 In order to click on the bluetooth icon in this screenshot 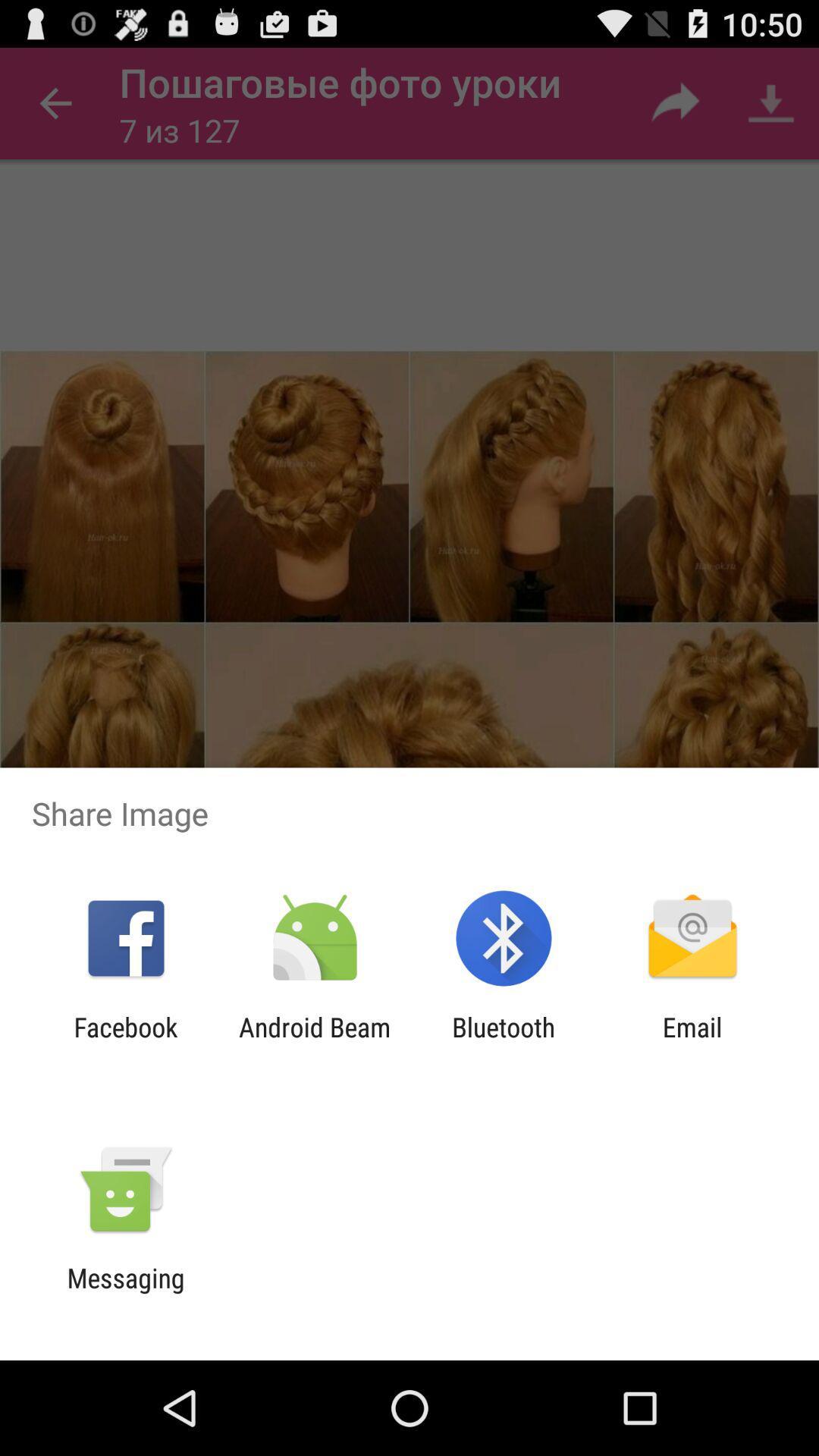, I will do `click(504, 1042)`.